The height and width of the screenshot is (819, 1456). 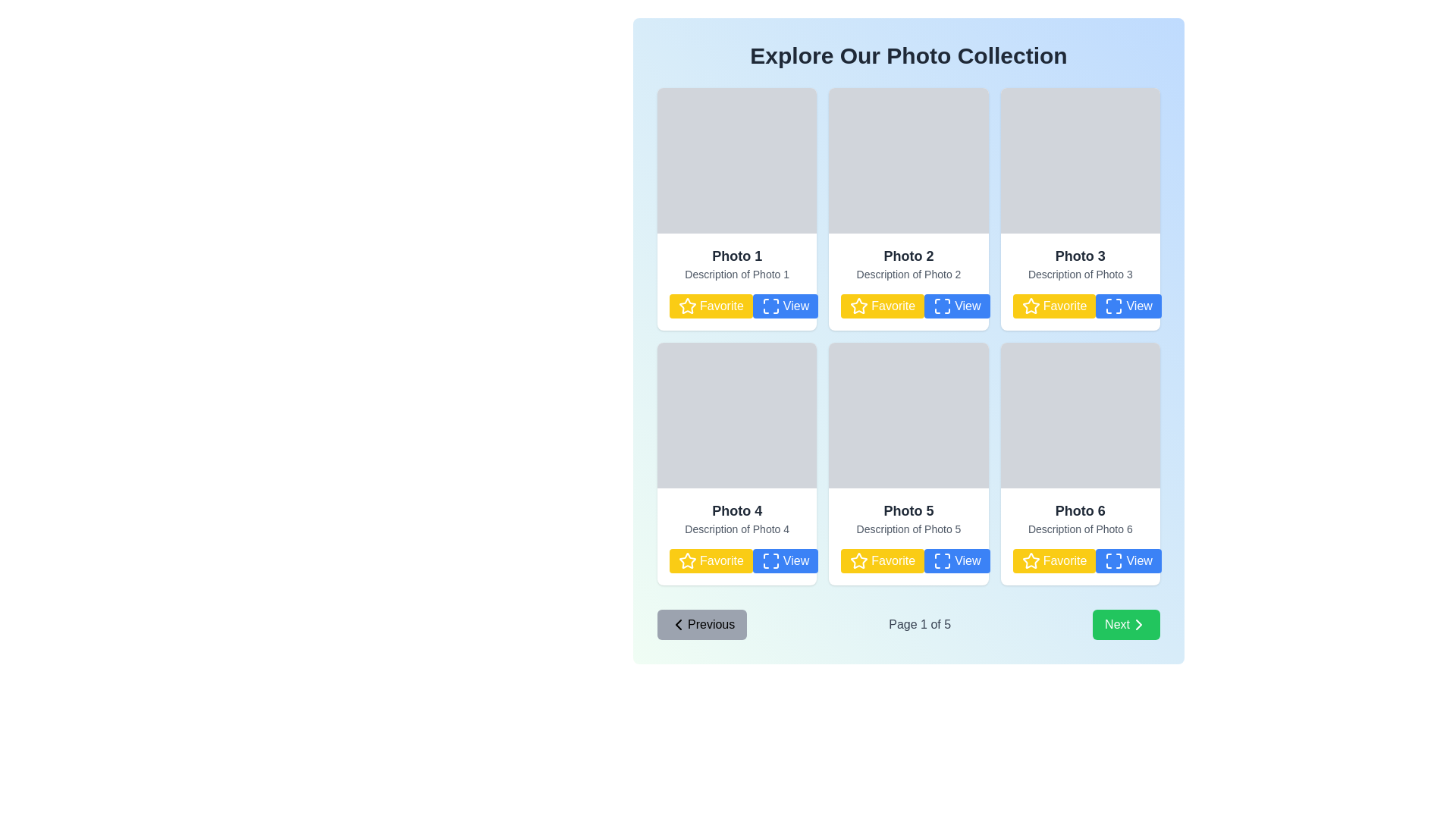 I want to click on the yellow star icon representing the 'Favorite' option for media content, so click(x=687, y=560).